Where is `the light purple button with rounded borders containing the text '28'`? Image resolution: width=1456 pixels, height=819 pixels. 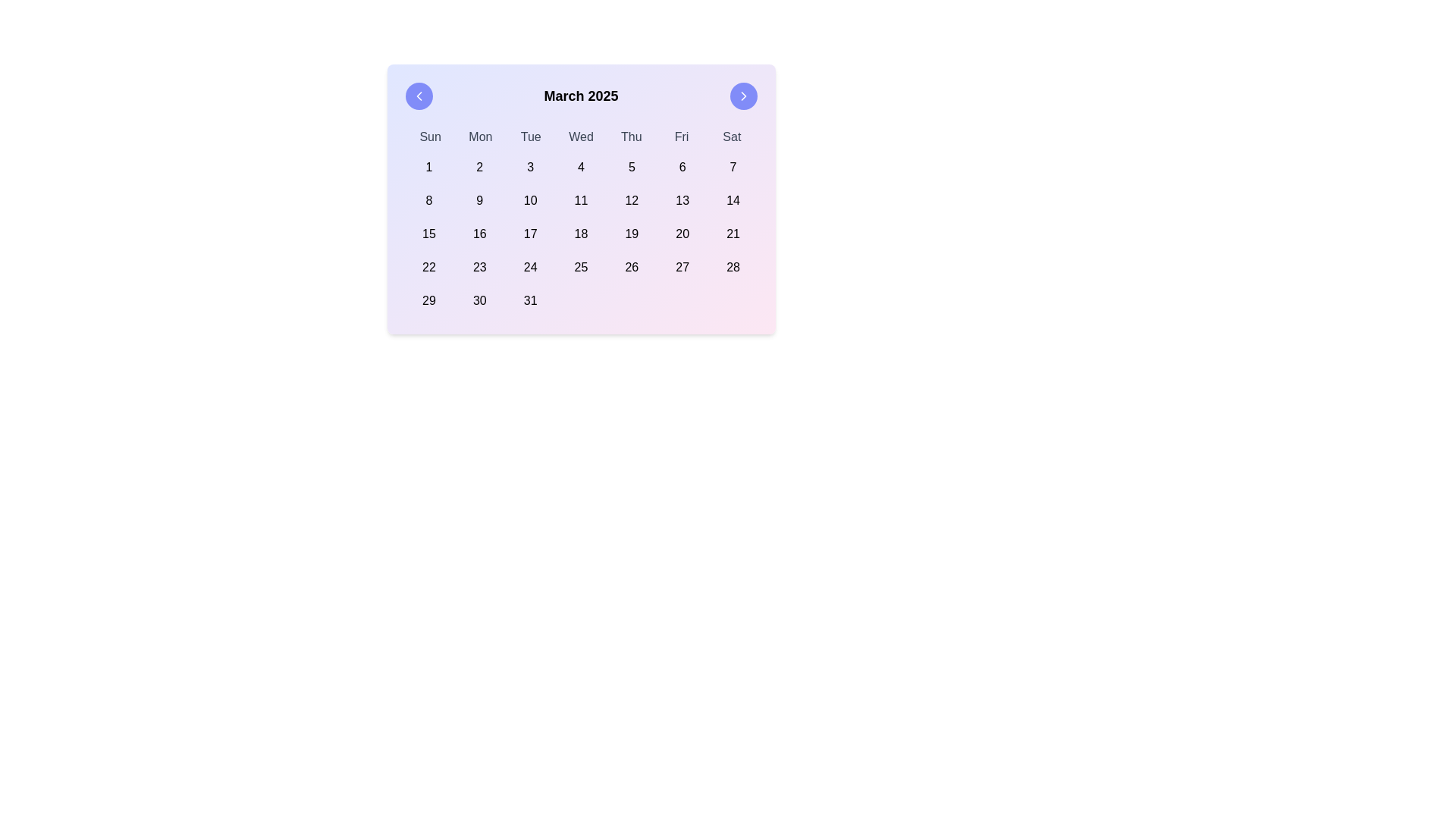
the light purple button with rounded borders containing the text '28' is located at coordinates (733, 267).